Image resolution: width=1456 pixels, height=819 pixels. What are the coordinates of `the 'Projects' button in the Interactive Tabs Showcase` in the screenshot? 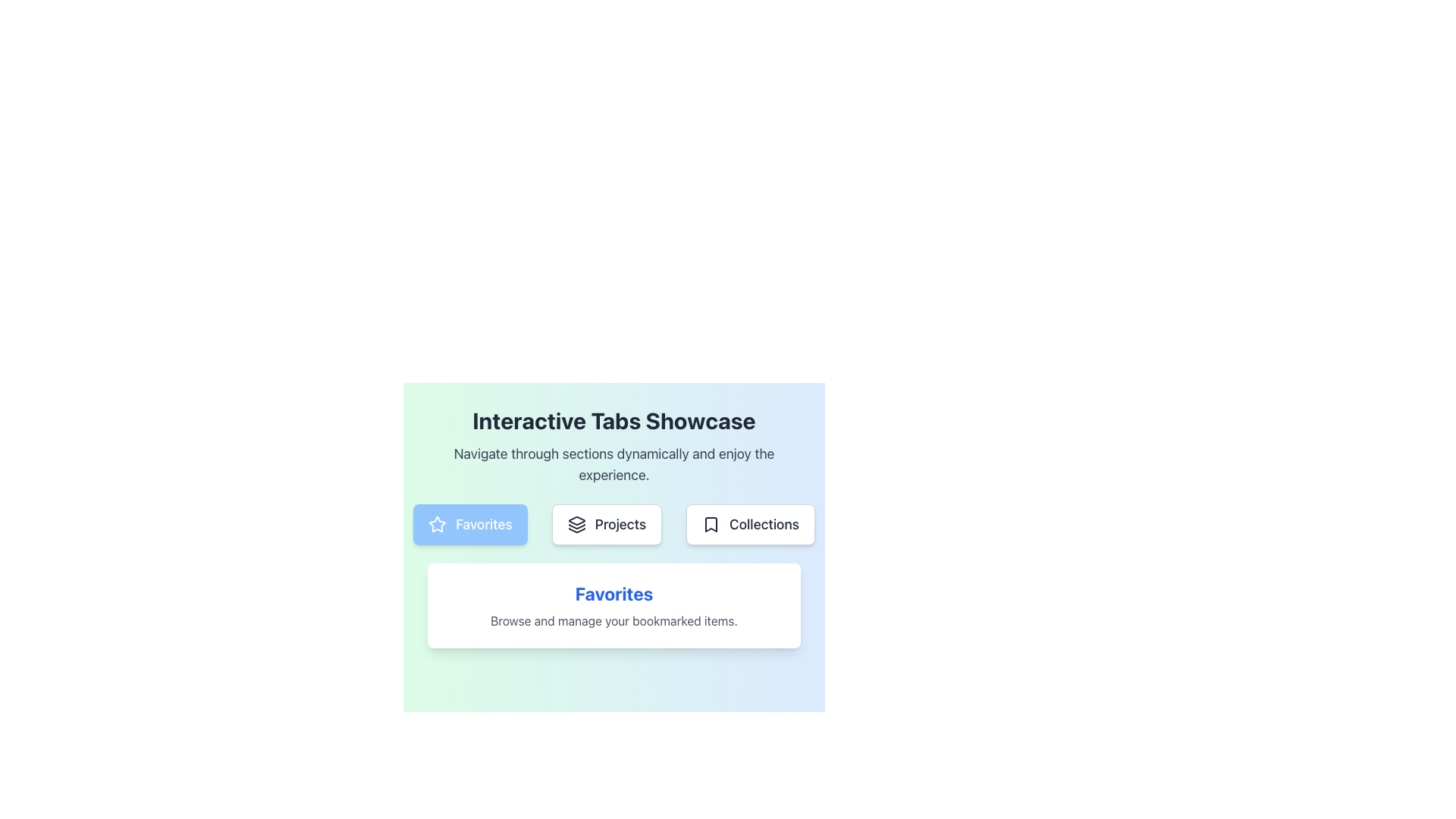 It's located at (614, 523).